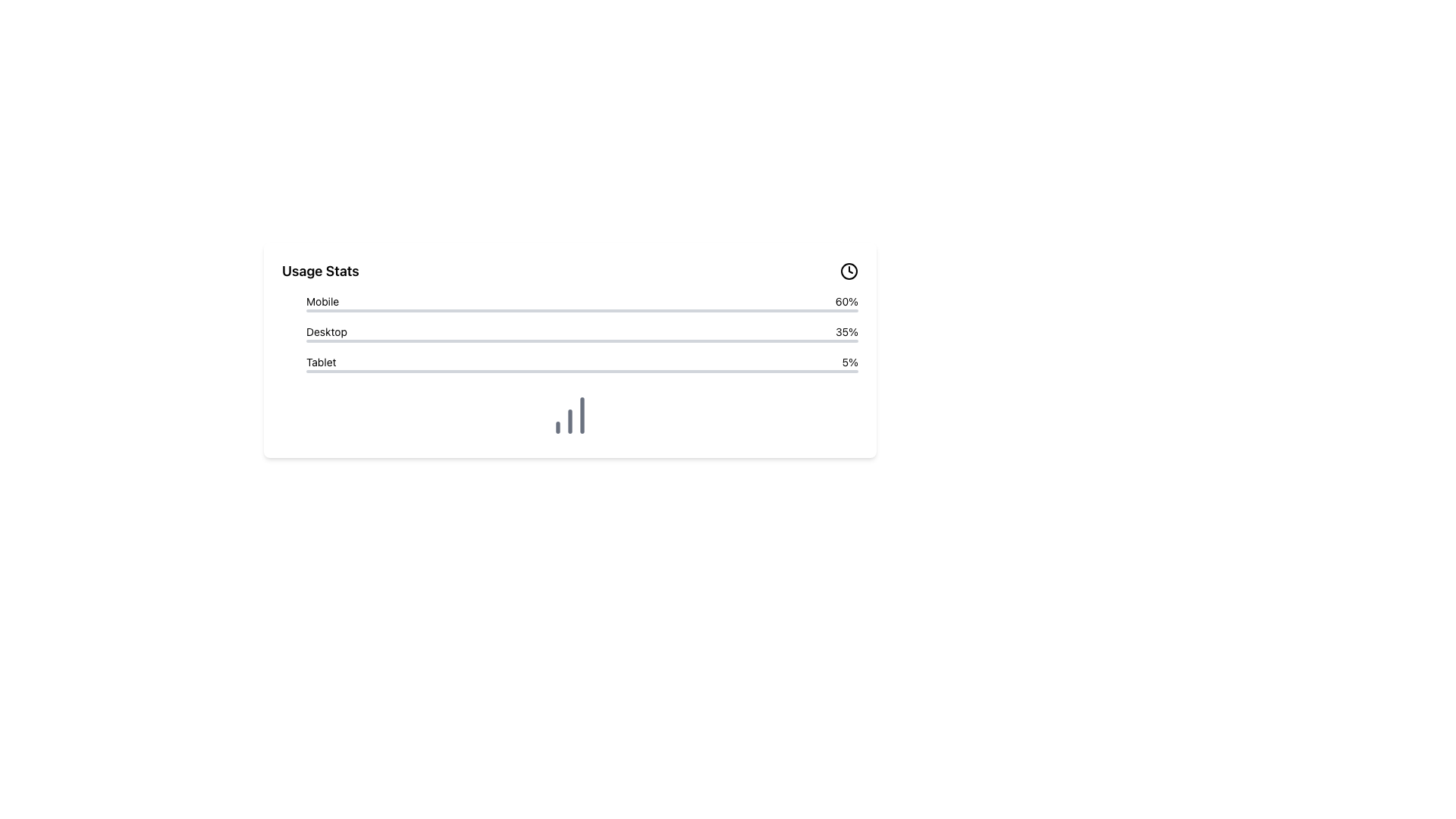 This screenshot has width=1456, height=819. I want to click on width proportion of the Progress Bar that visually represents 35% progress for the category 'Desktop', located below the text labels 'Desktop' and '35%', so click(582, 341).